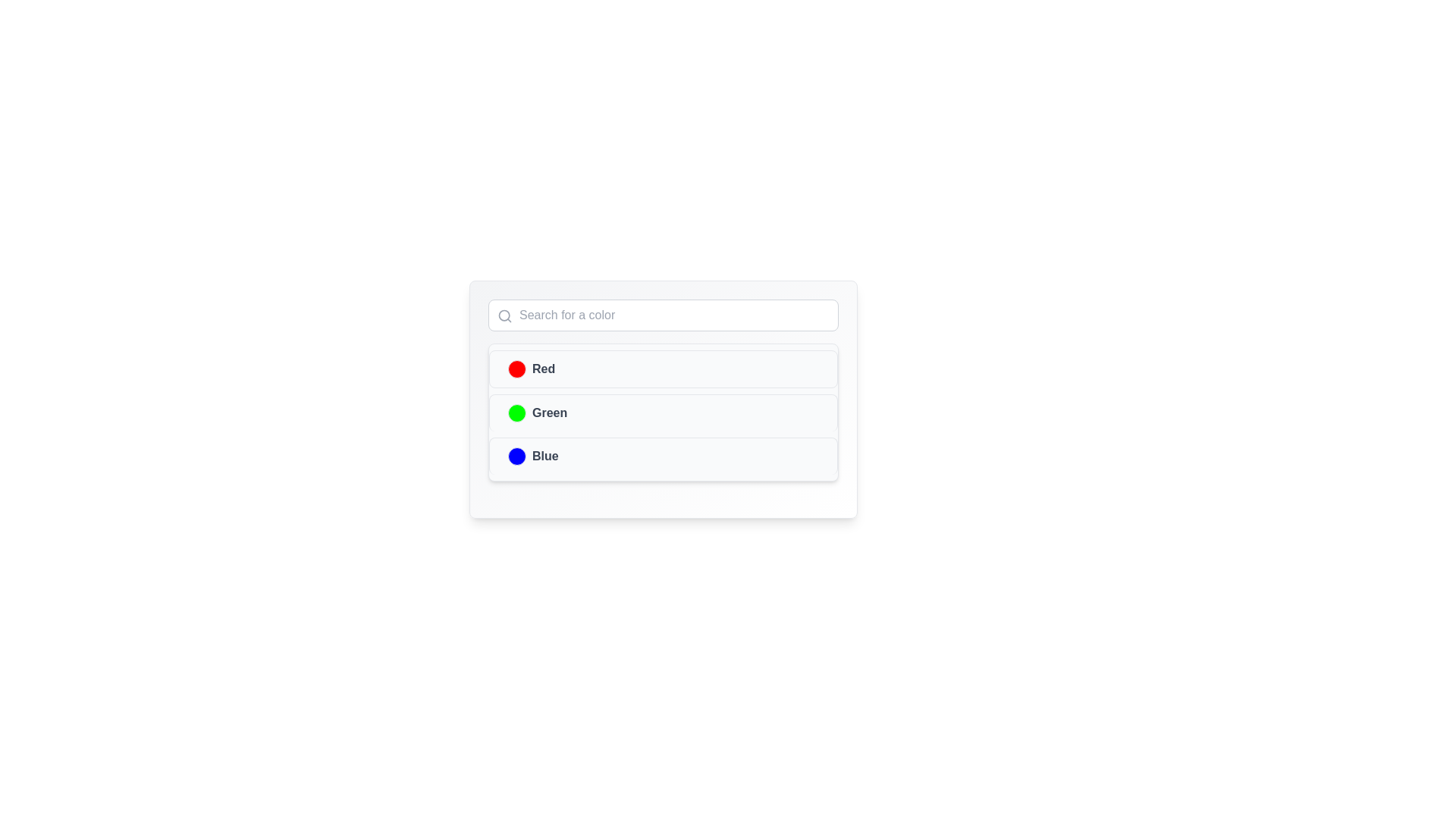  Describe the element at coordinates (532, 369) in the screenshot. I see `the first list item representing the color option 'Red'` at that location.